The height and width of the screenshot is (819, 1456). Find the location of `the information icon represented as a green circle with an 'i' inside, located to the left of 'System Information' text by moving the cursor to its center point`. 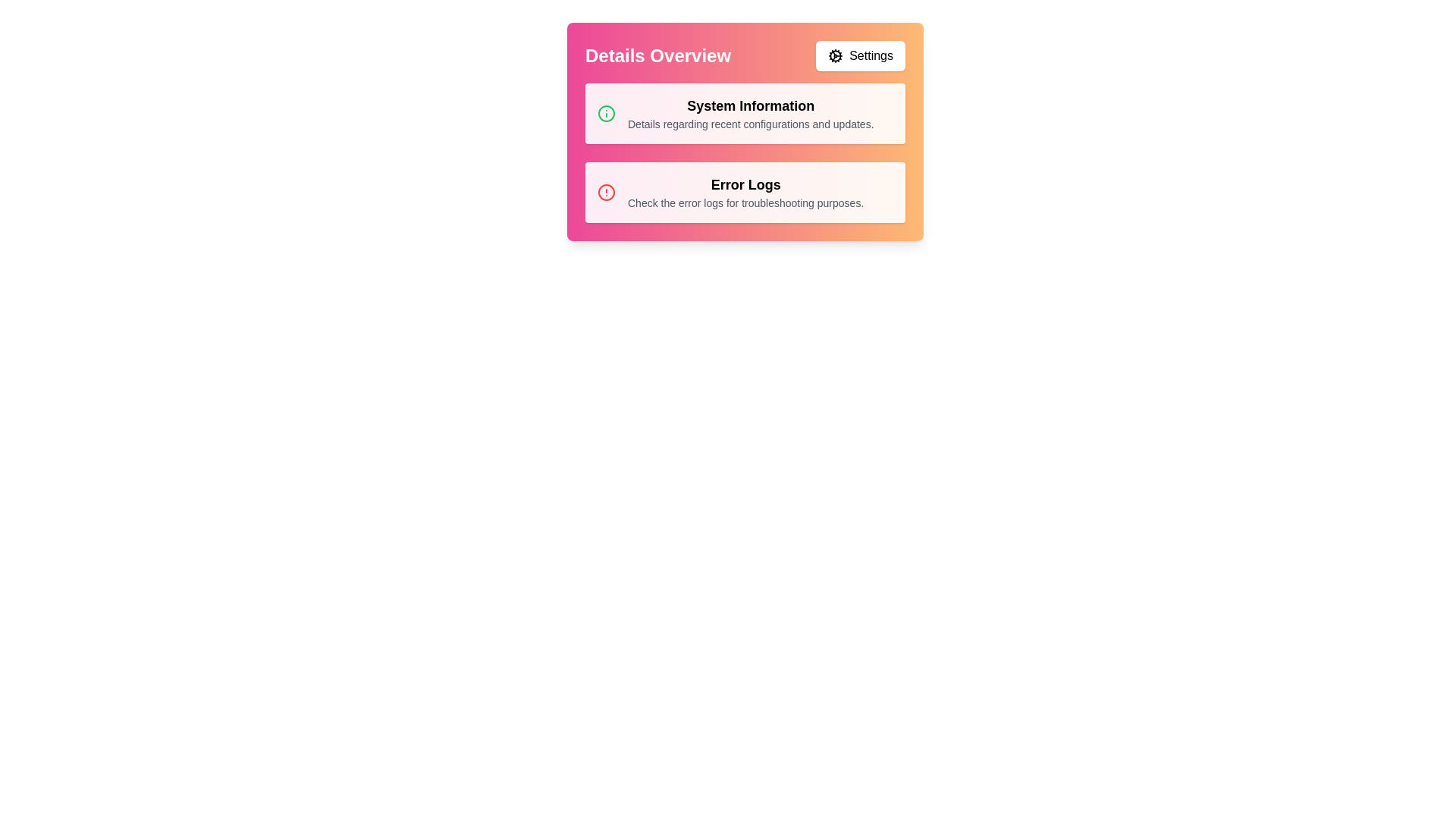

the information icon represented as a green circle with an 'i' inside, located to the left of 'System Information' text by moving the cursor to its center point is located at coordinates (607, 113).